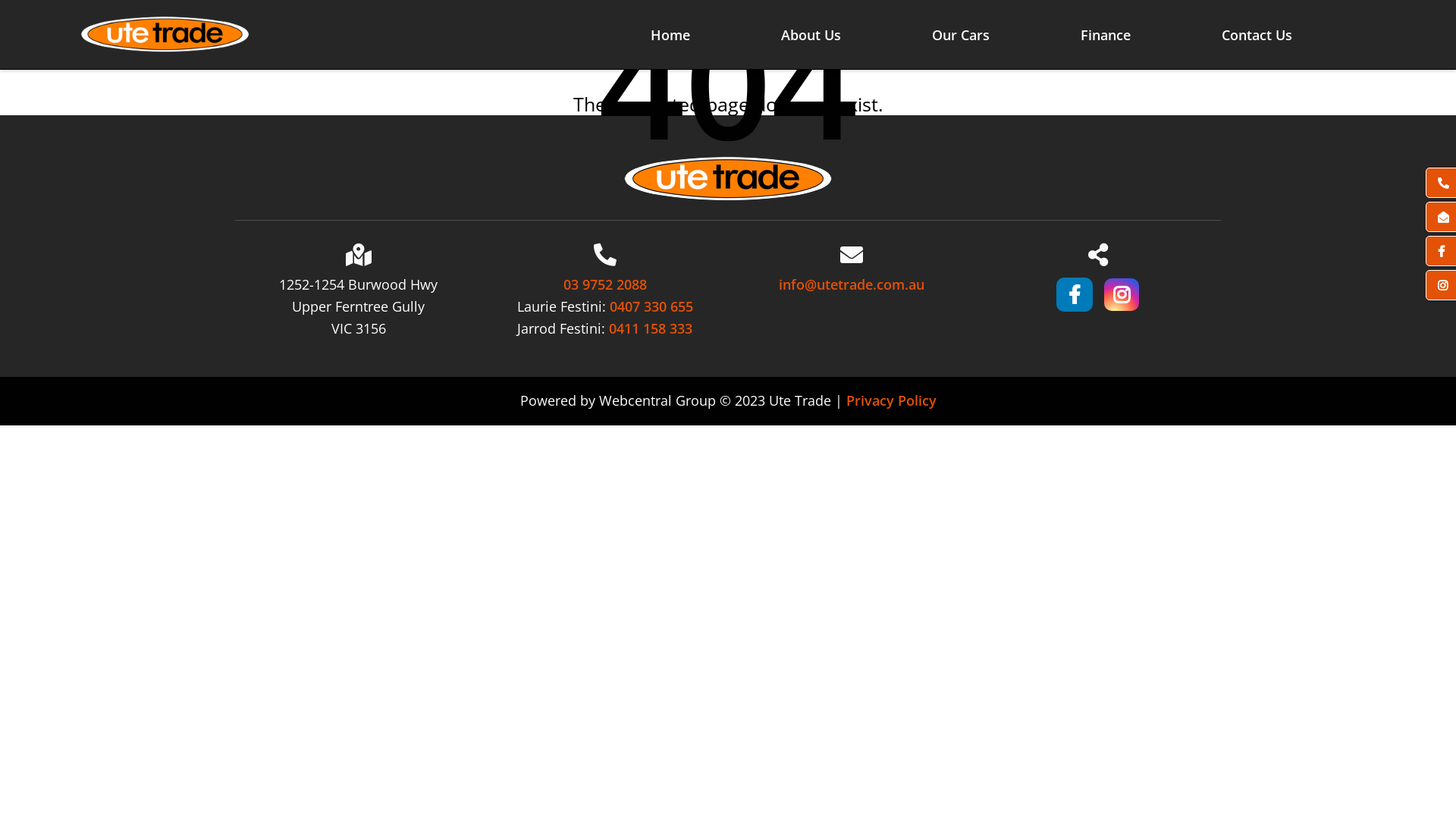  I want to click on 'About Us', so click(810, 34).